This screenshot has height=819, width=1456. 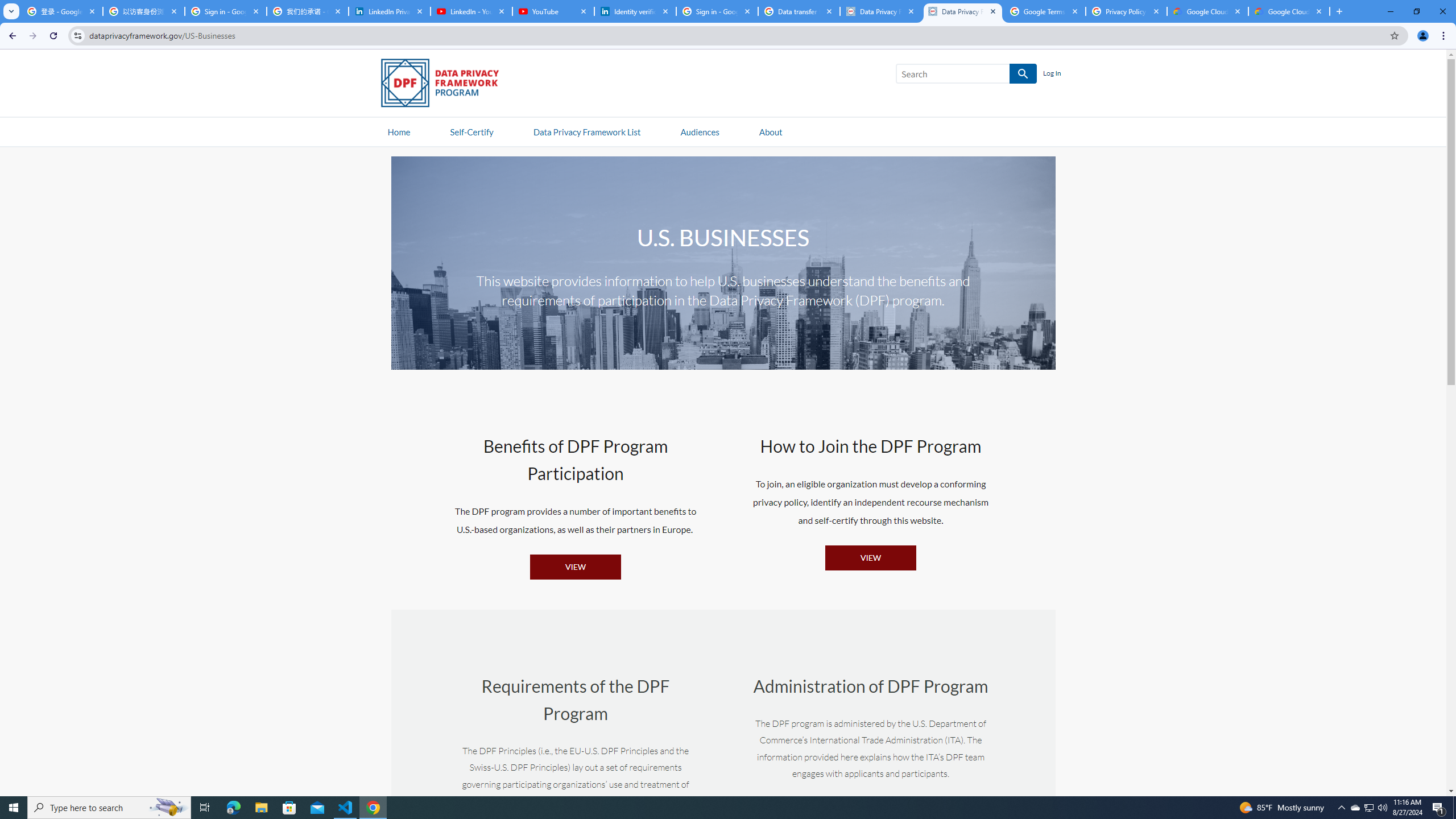 What do you see at coordinates (399, 131) in the screenshot?
I see `'Home'` at bounding box center [399, 131].